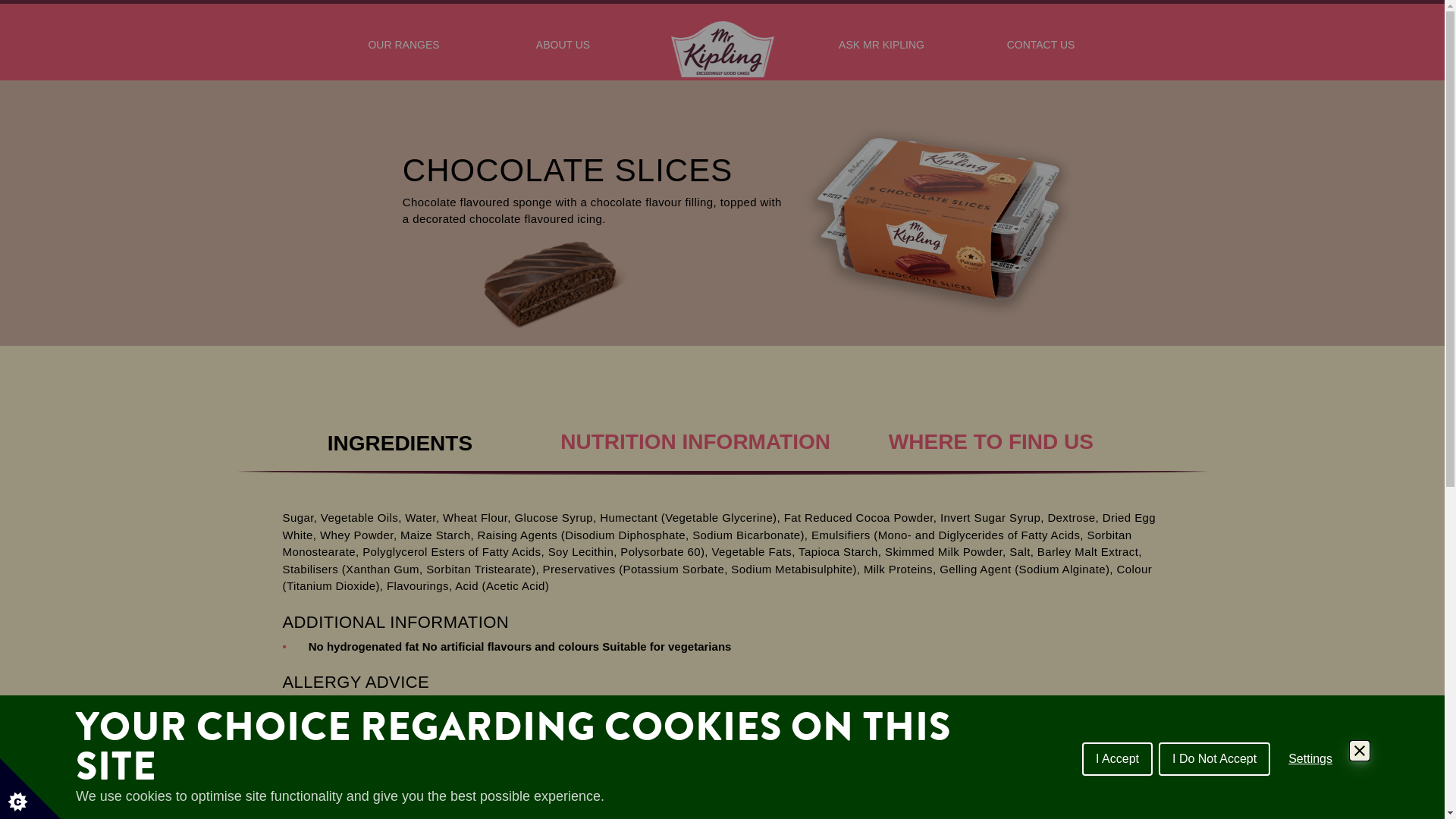 This screenshot has width=1456, height=819. I want to click on 'ABOUT US', so click(563, 52).